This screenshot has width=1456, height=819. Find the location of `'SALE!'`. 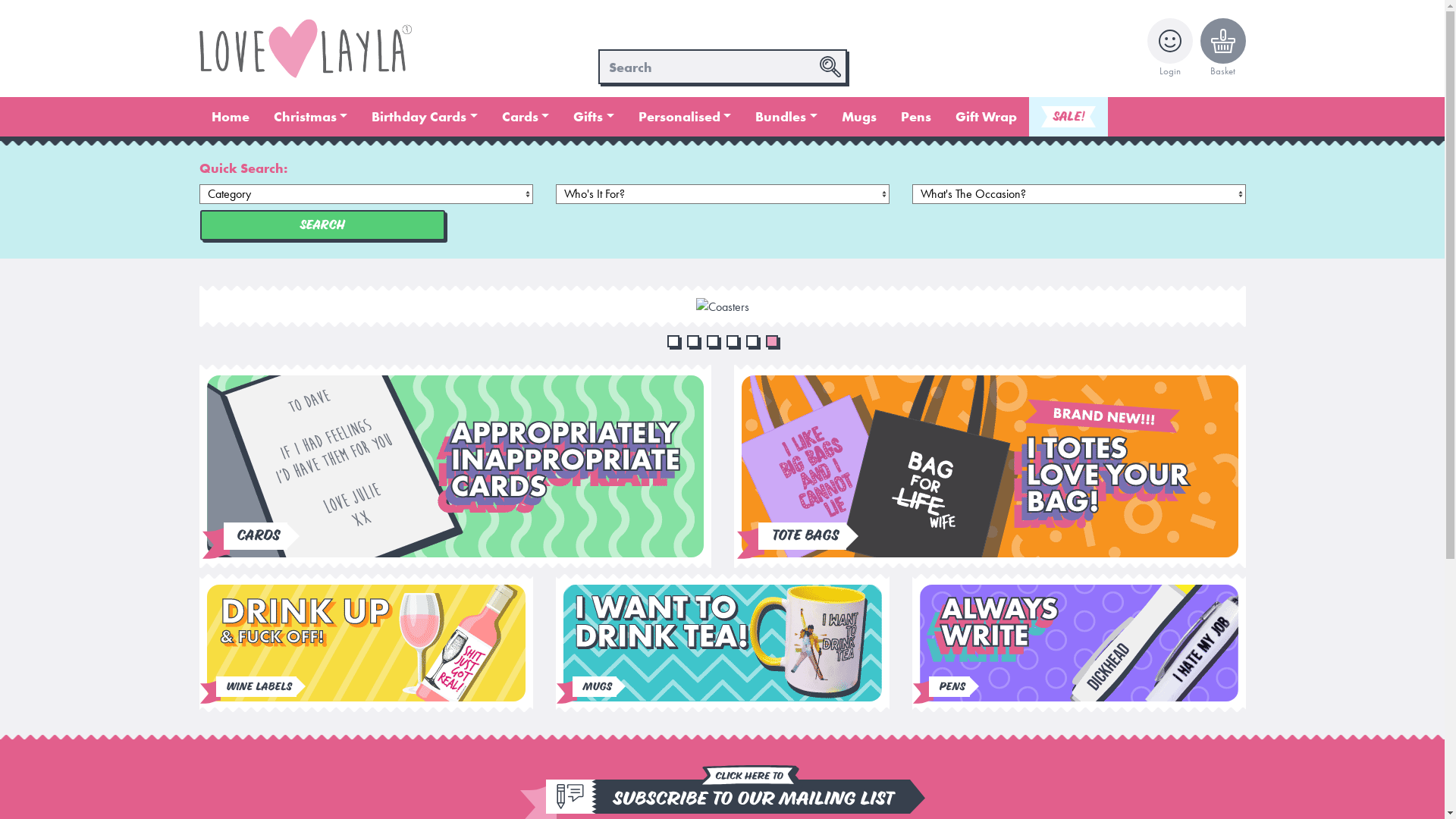

'SALE!' is located at coordinates (1029, 116).